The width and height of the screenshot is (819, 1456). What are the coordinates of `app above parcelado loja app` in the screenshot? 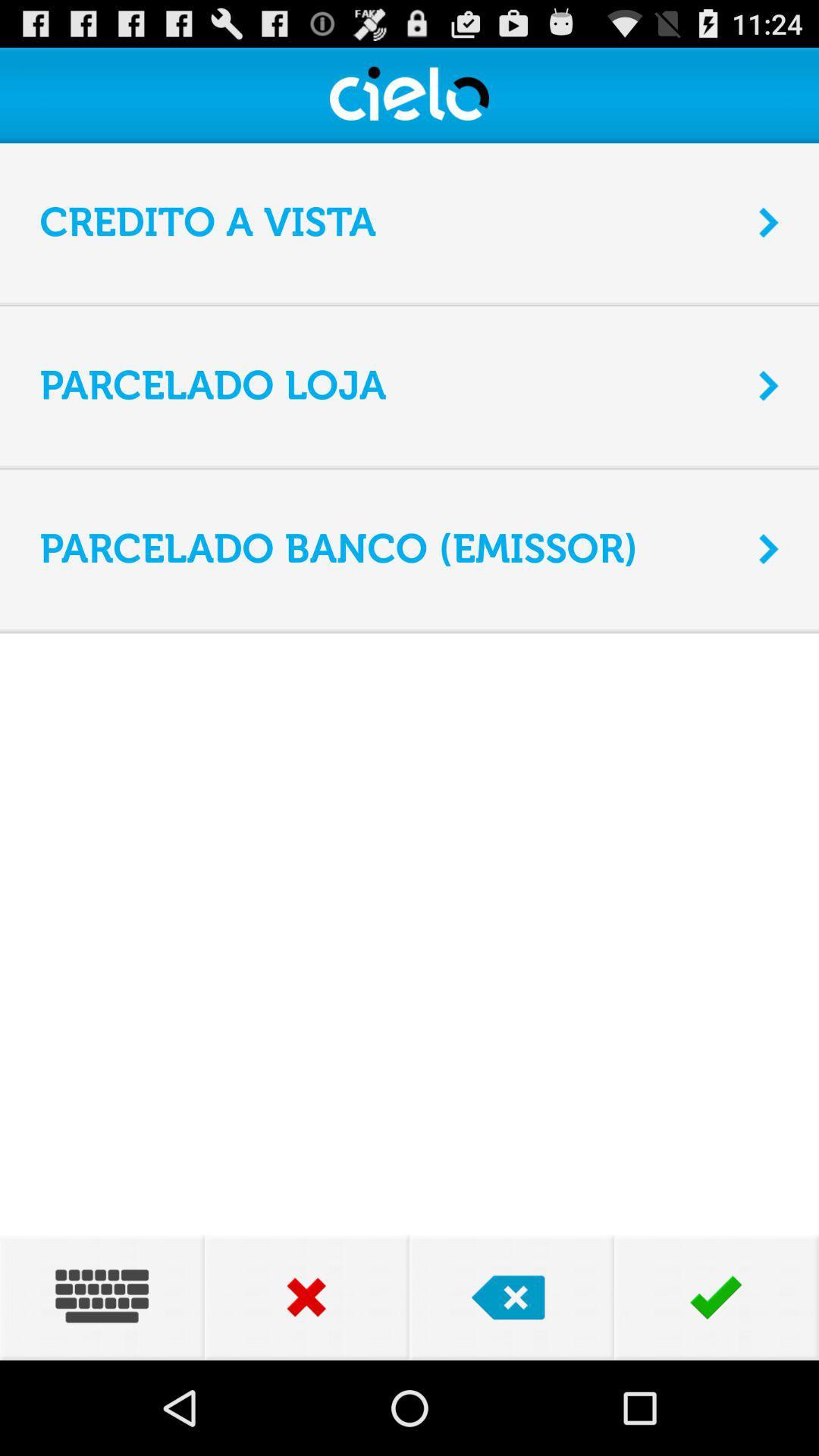 It's located at (409, 305).